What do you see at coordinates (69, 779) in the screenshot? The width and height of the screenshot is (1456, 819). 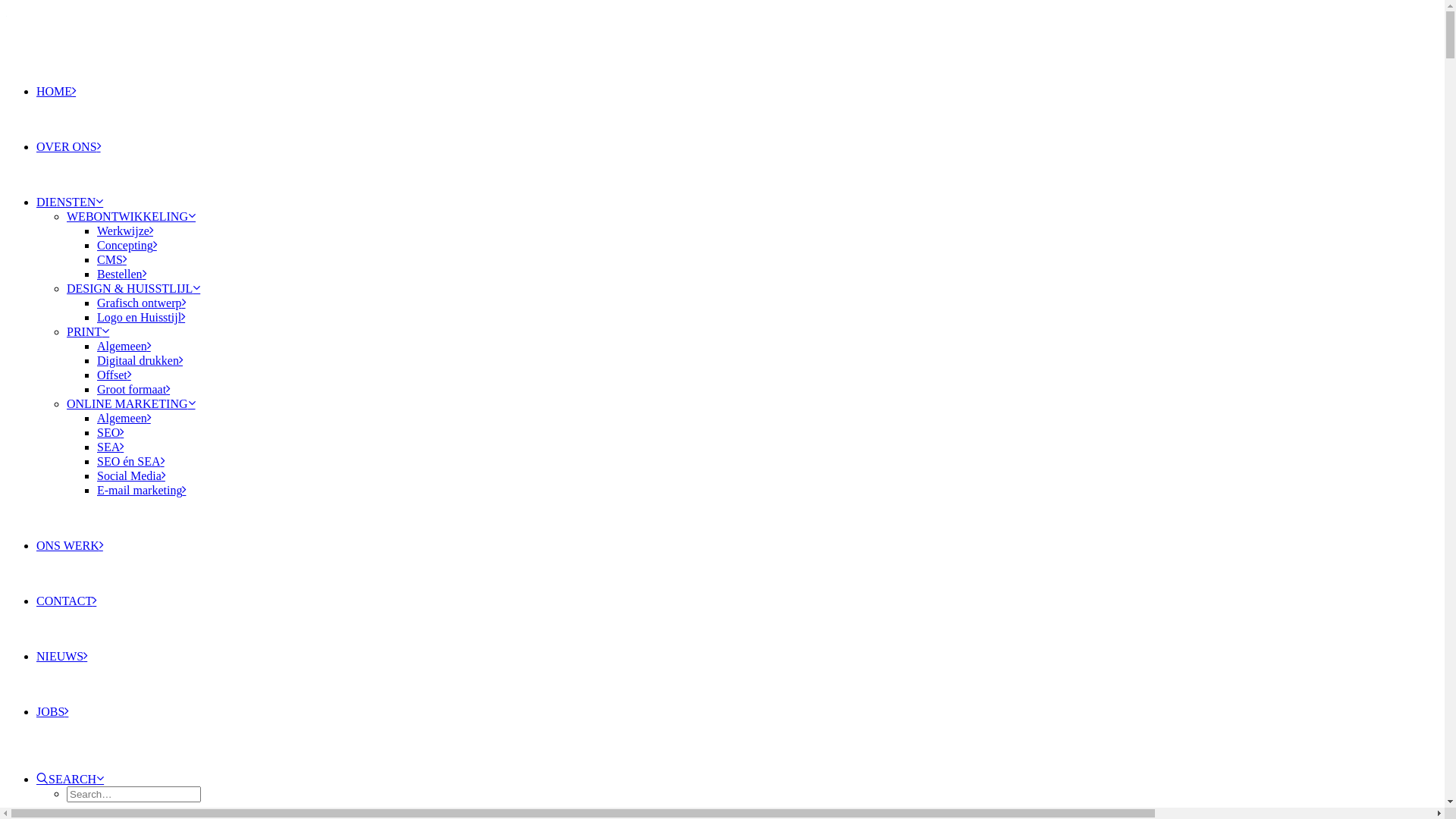 I see `'SEARCH'` at bounding box center [69, 779].